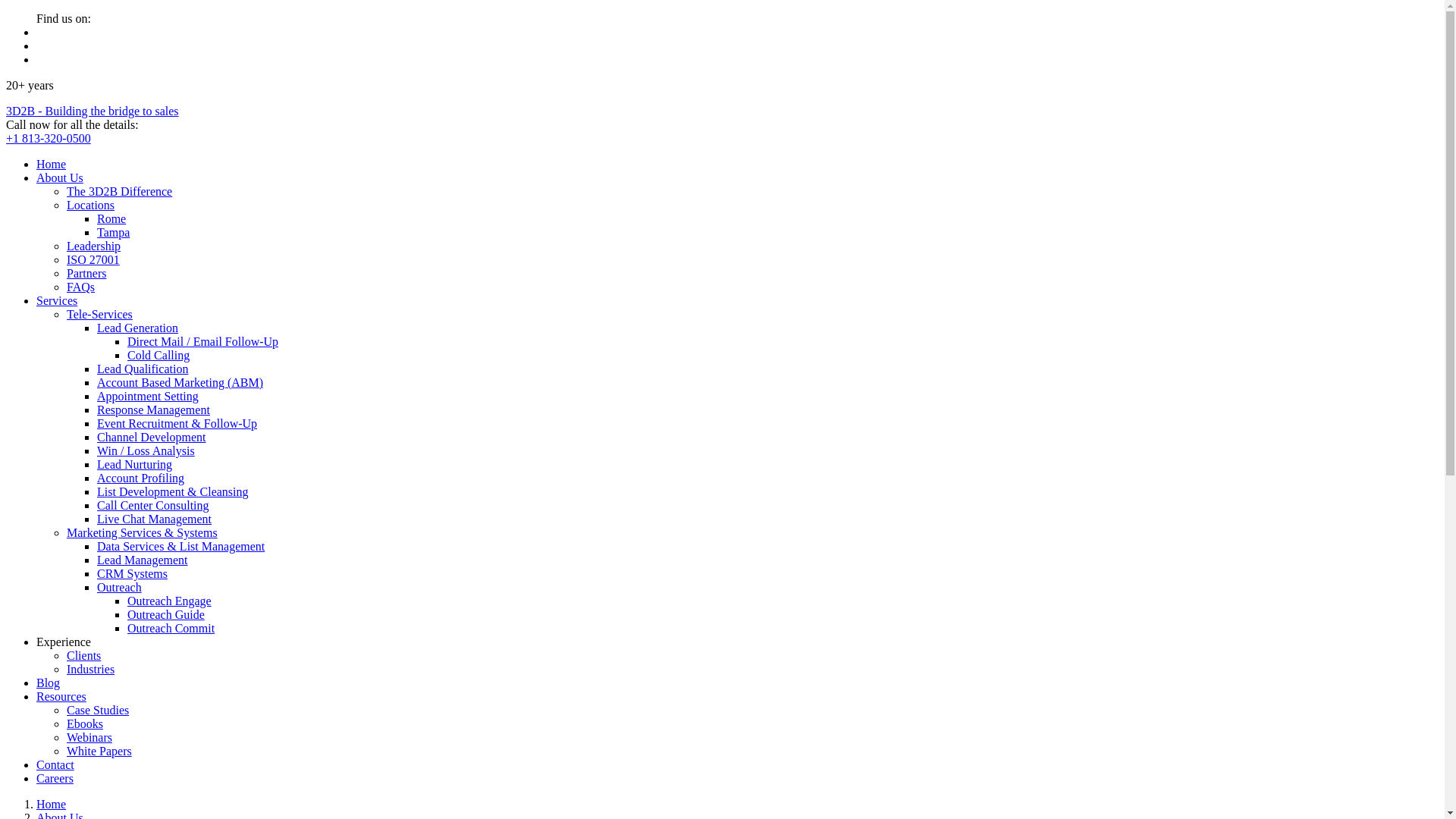  What do you see at coordinates (154, 518) in the screenshot?
I see `'Live Chat Management'` at bounding box center [154, 518].